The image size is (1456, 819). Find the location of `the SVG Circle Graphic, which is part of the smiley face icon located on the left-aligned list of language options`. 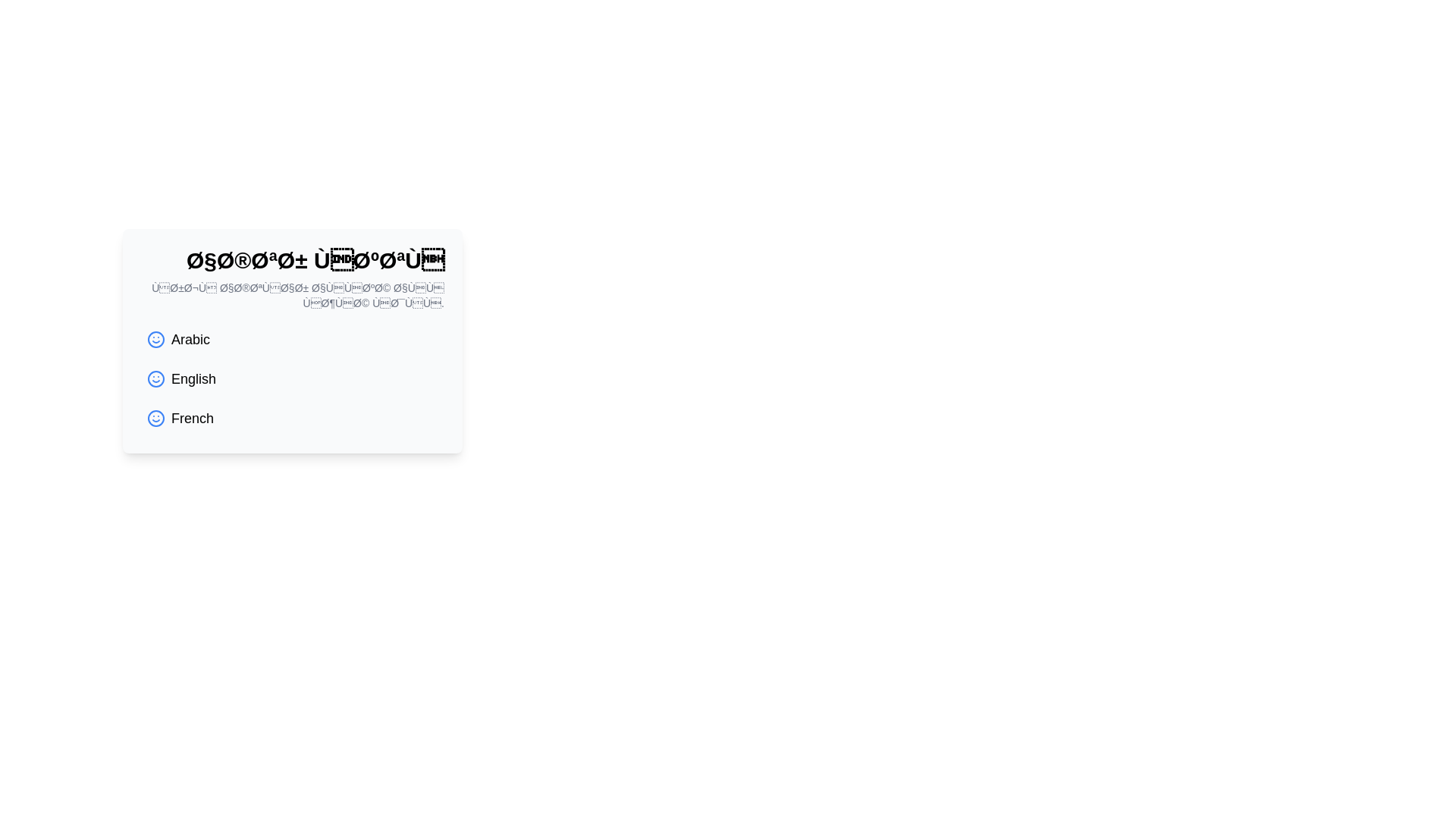

the SVG Circle Graphic, which is part of the smiley face icon located on the left-aligned list of language options is located at coordinates (156, 338).